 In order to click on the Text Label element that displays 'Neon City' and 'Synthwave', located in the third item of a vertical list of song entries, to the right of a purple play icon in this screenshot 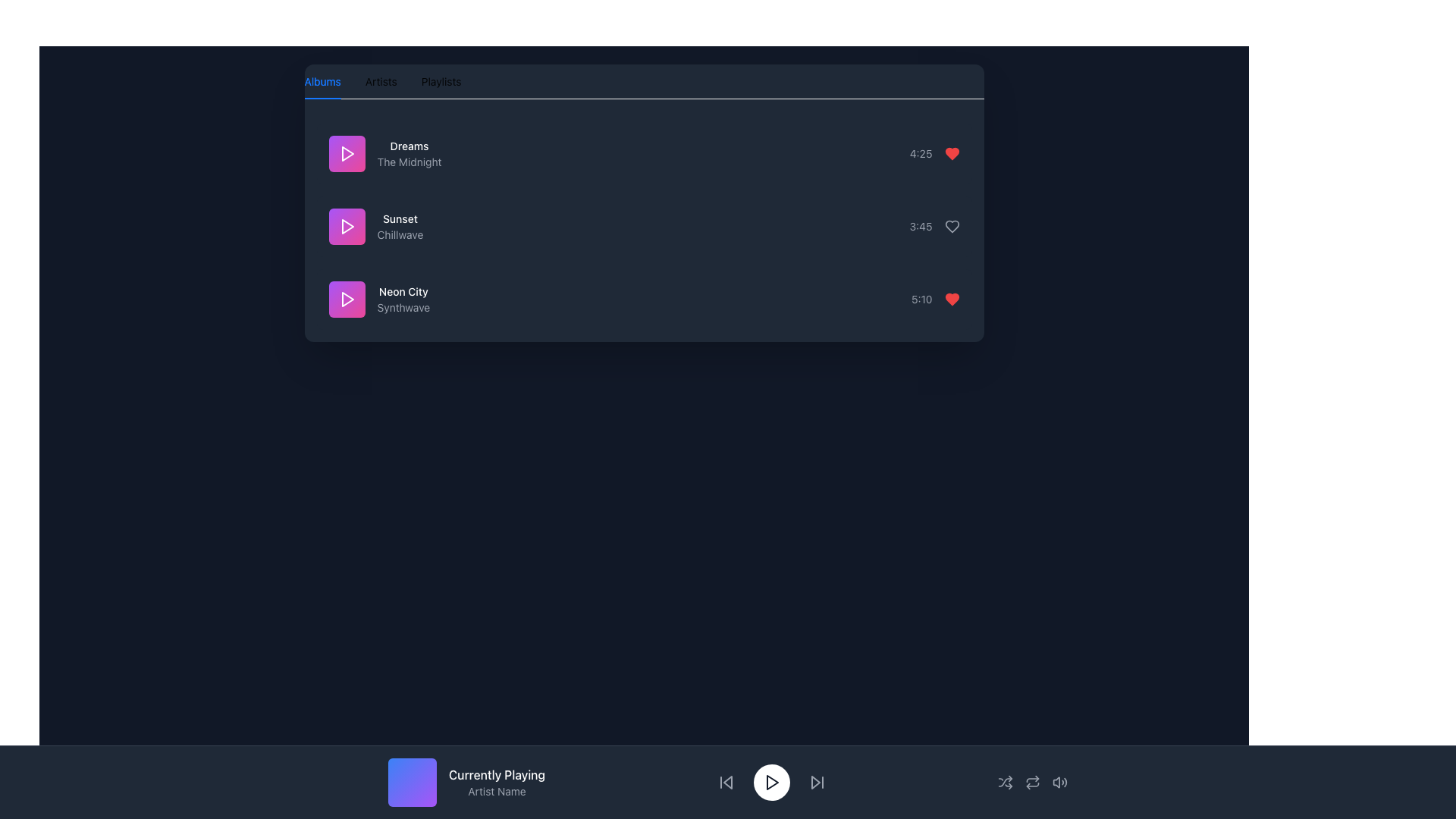, I will do `click(403, 299)`.